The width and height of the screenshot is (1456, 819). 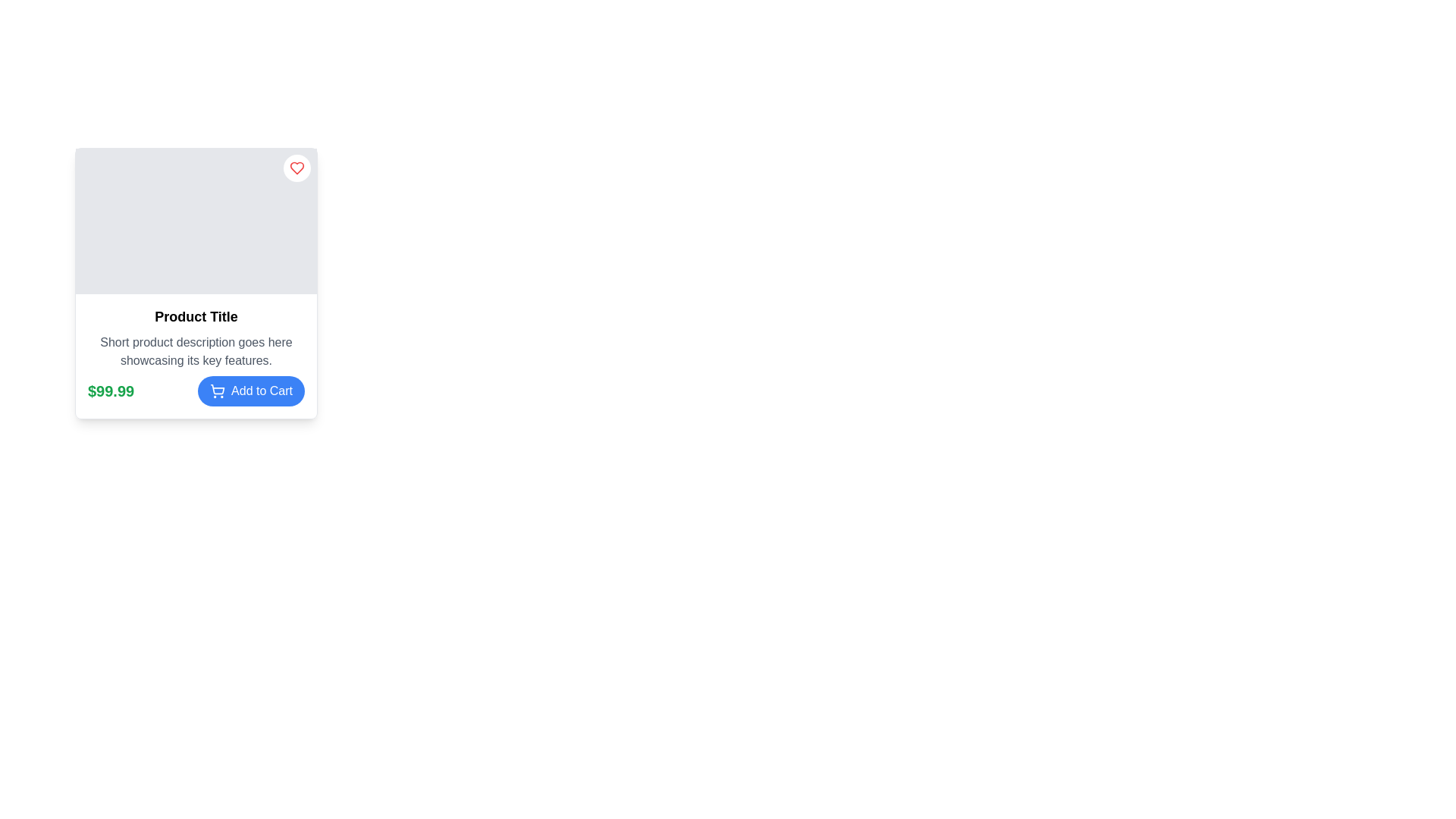 I want to click on text displayed in the price label located on the left side of the product details, beneath the product description and aligned with the 'Add to Cart' button, so click(x=110, y=391).